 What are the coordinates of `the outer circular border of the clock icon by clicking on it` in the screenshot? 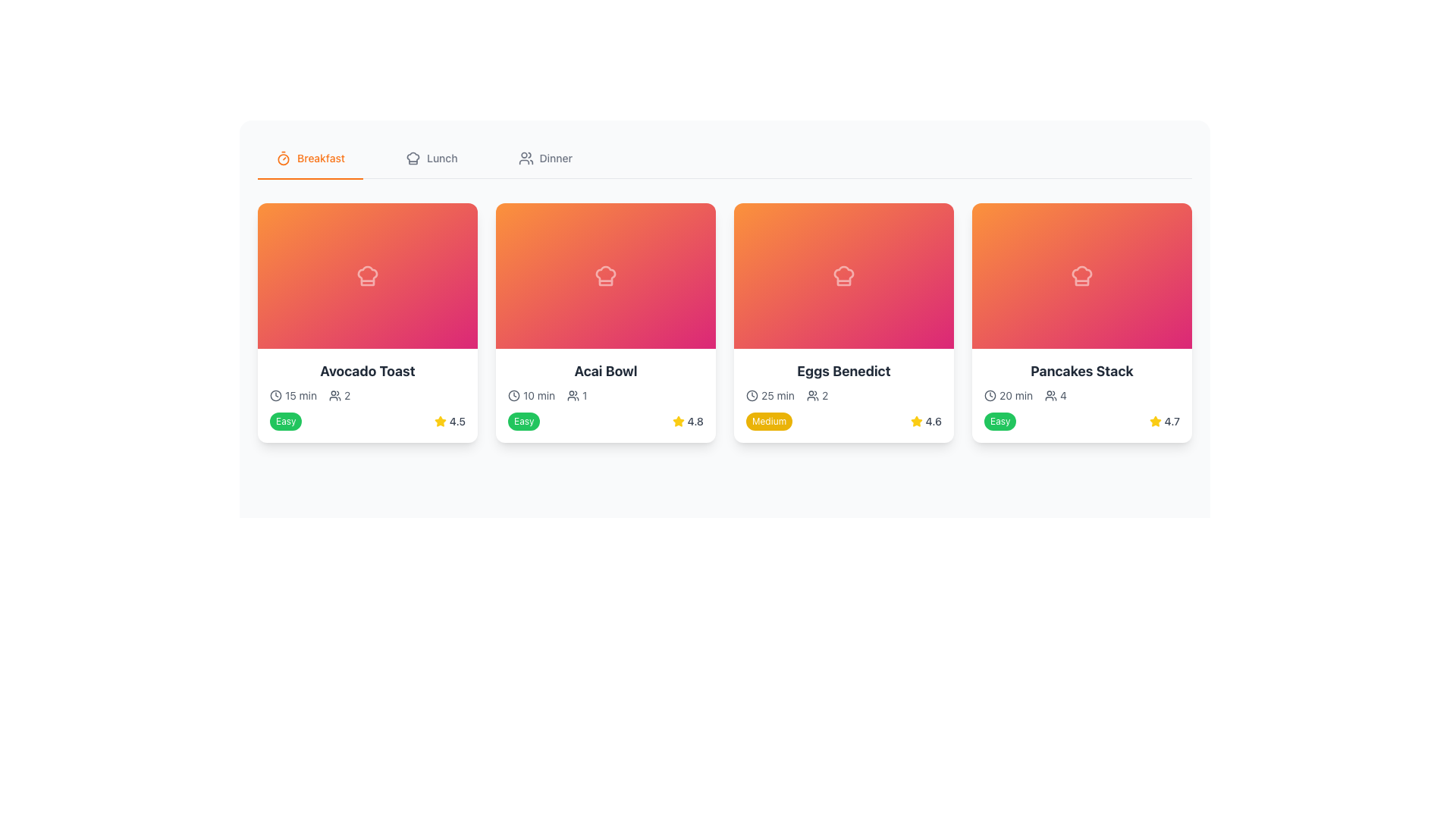 It's located at (513, 394).